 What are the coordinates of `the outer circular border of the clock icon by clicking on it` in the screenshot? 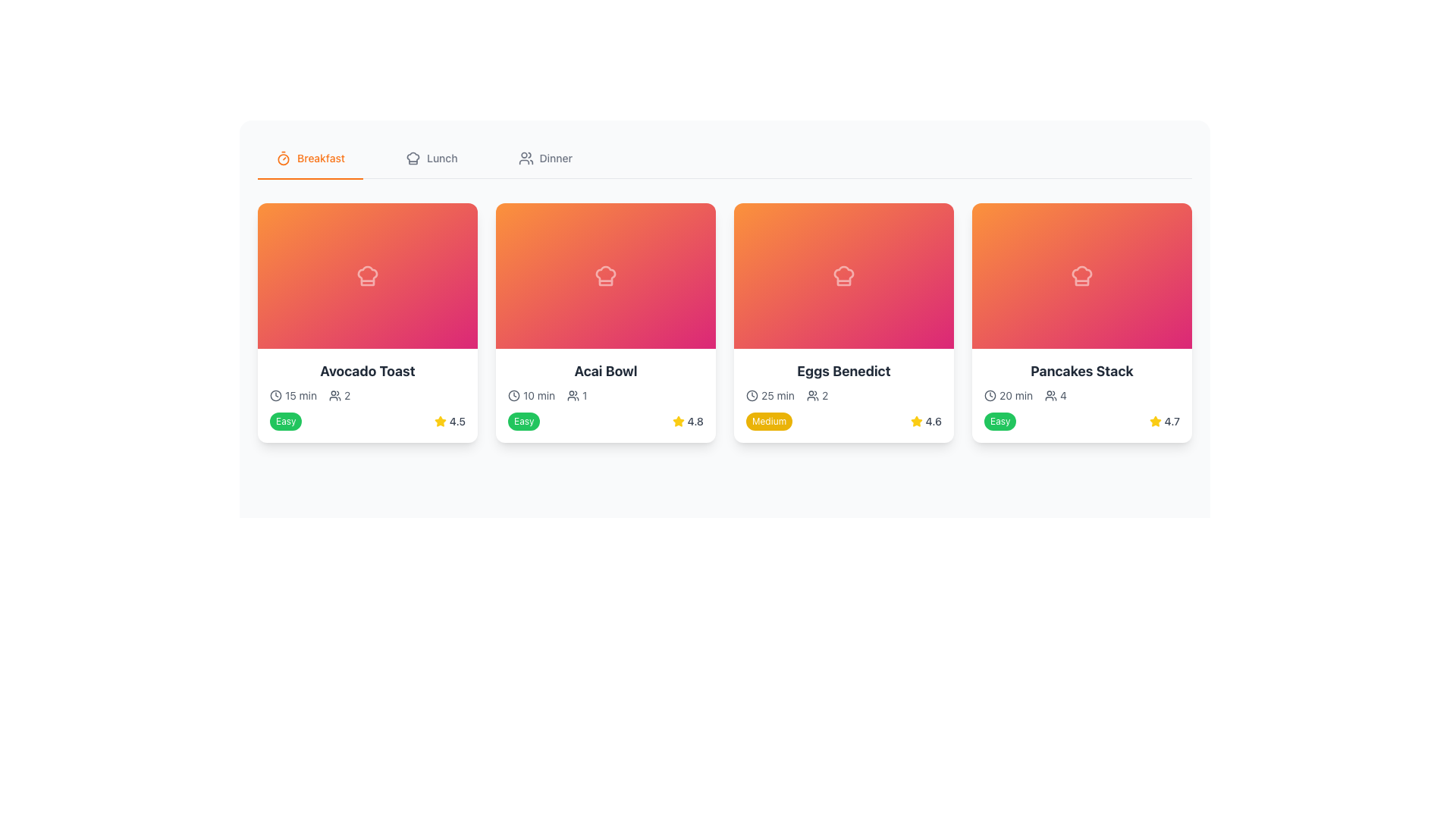 It's located at (513, 394).